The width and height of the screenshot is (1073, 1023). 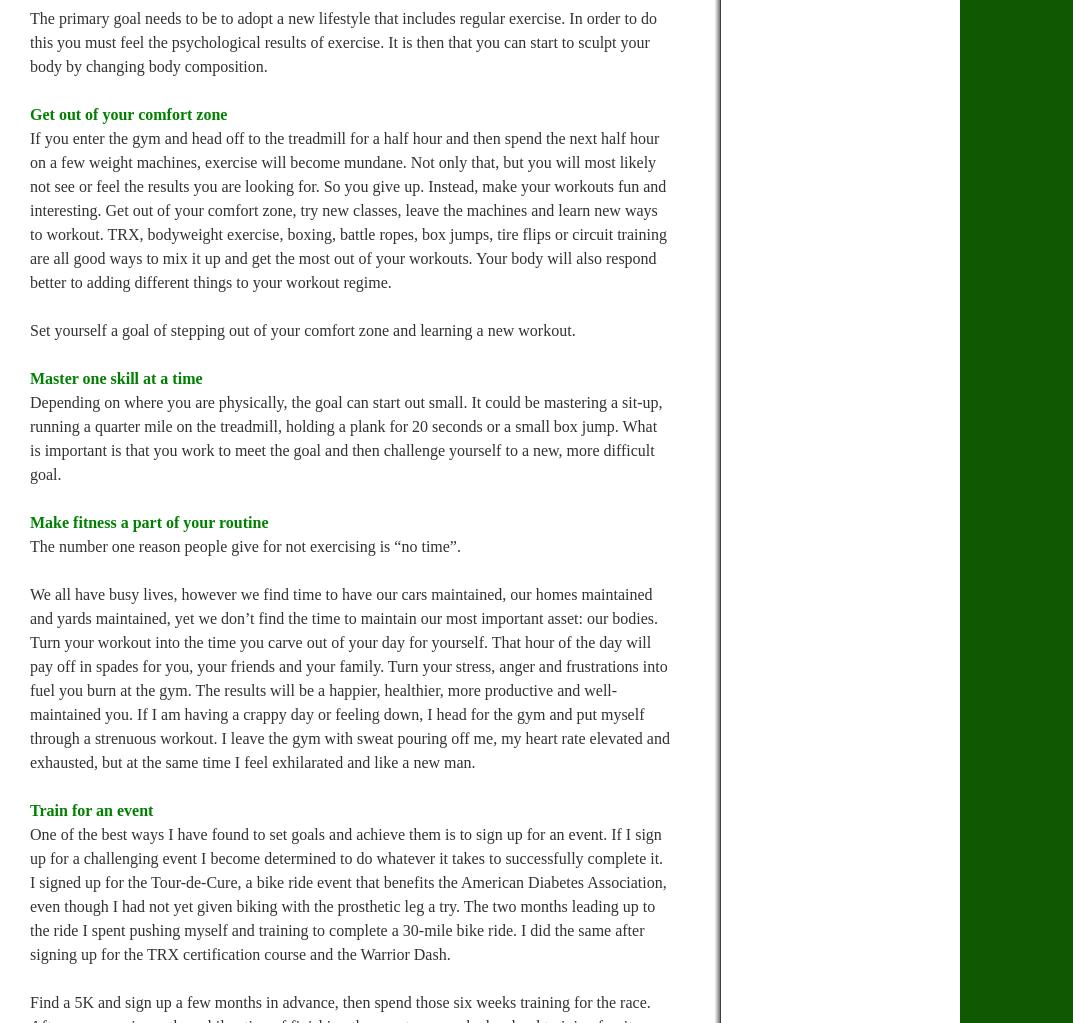 I want to click on 'We all have busy lives, however we find time to have our cars maintained, our homes maintained and yards maintained, yet we don’t find the time to maintain our most important asset: our bodies. Turn your workout into the time you carve out of your day for yourself. That hour of the day will pay off in spades for you, your friends and your family. Turn your stress, anger and frustrations into fuel you burn at the gym. The results will be a happier, healthier, more productive and well-maintained you. If I am having a crappy day or feeling down, I head for the gym and put myself through a strenuous workout. I leave the gym with sweat pouring off me, my heart rate elevated and exhausted, but at the same time I feel exhilarated and like a new man.', so click(x=349, y=677).